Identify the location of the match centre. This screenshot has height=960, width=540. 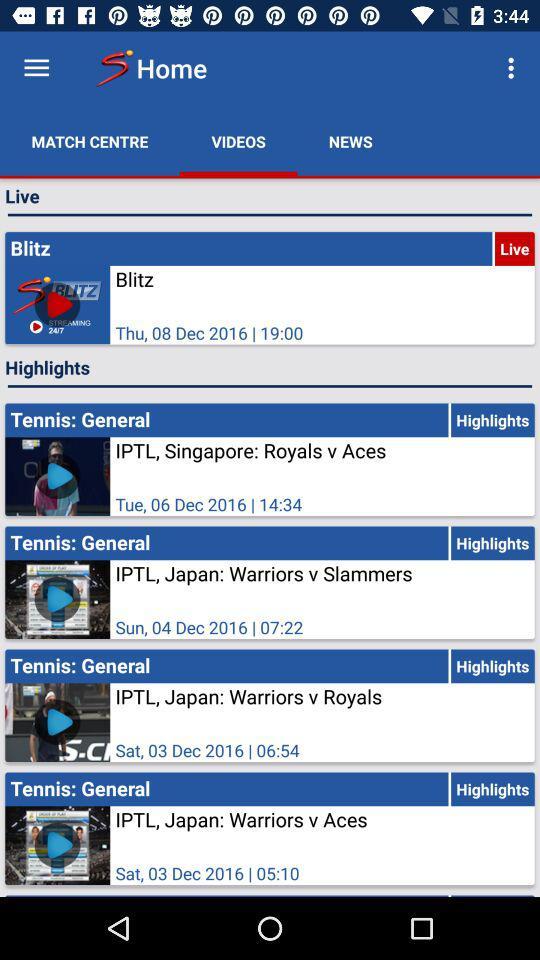
(89, 140).